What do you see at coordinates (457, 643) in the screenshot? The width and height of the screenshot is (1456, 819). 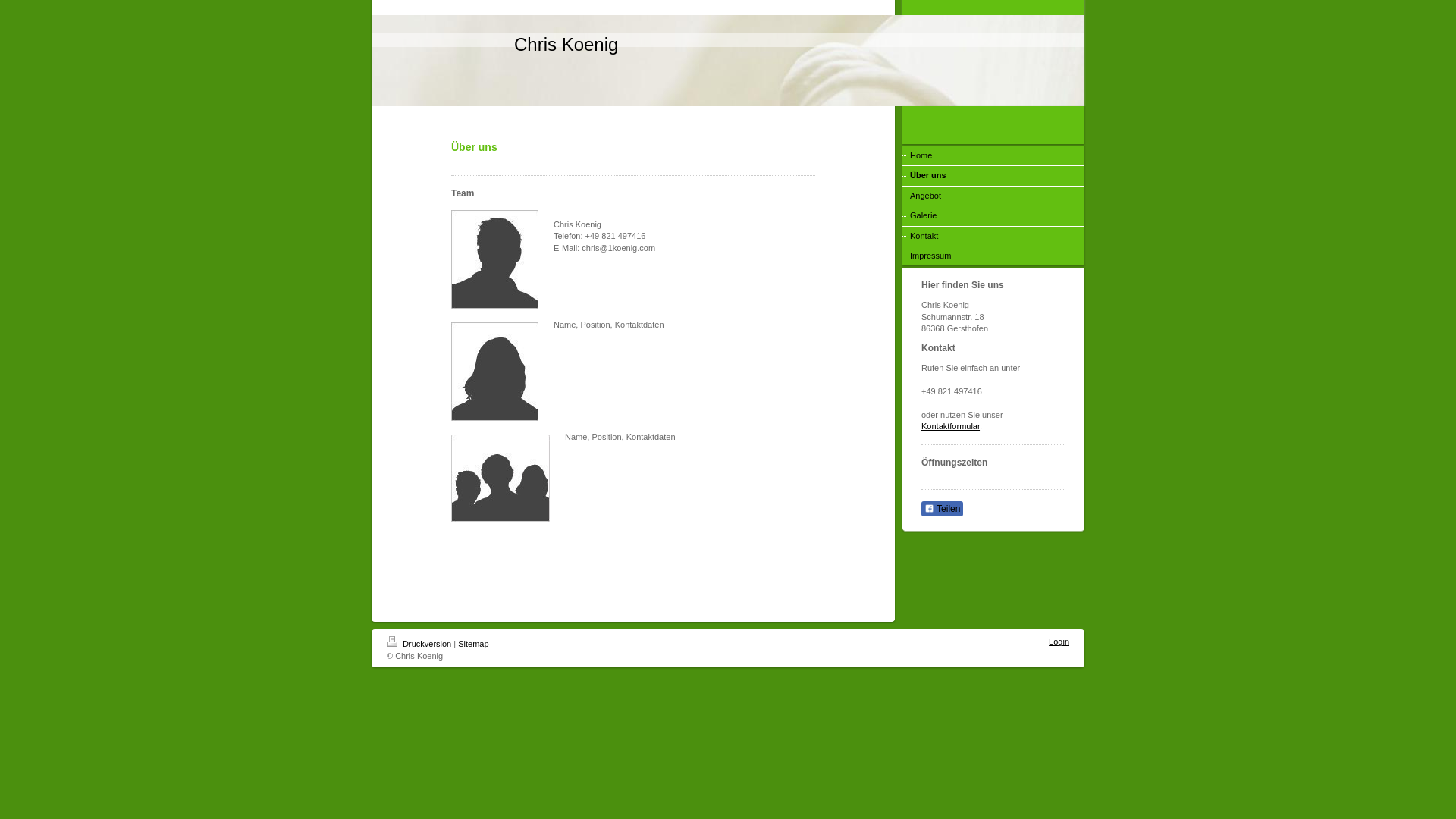 I see `'Sitemap'` at bounding box center [457, 643].